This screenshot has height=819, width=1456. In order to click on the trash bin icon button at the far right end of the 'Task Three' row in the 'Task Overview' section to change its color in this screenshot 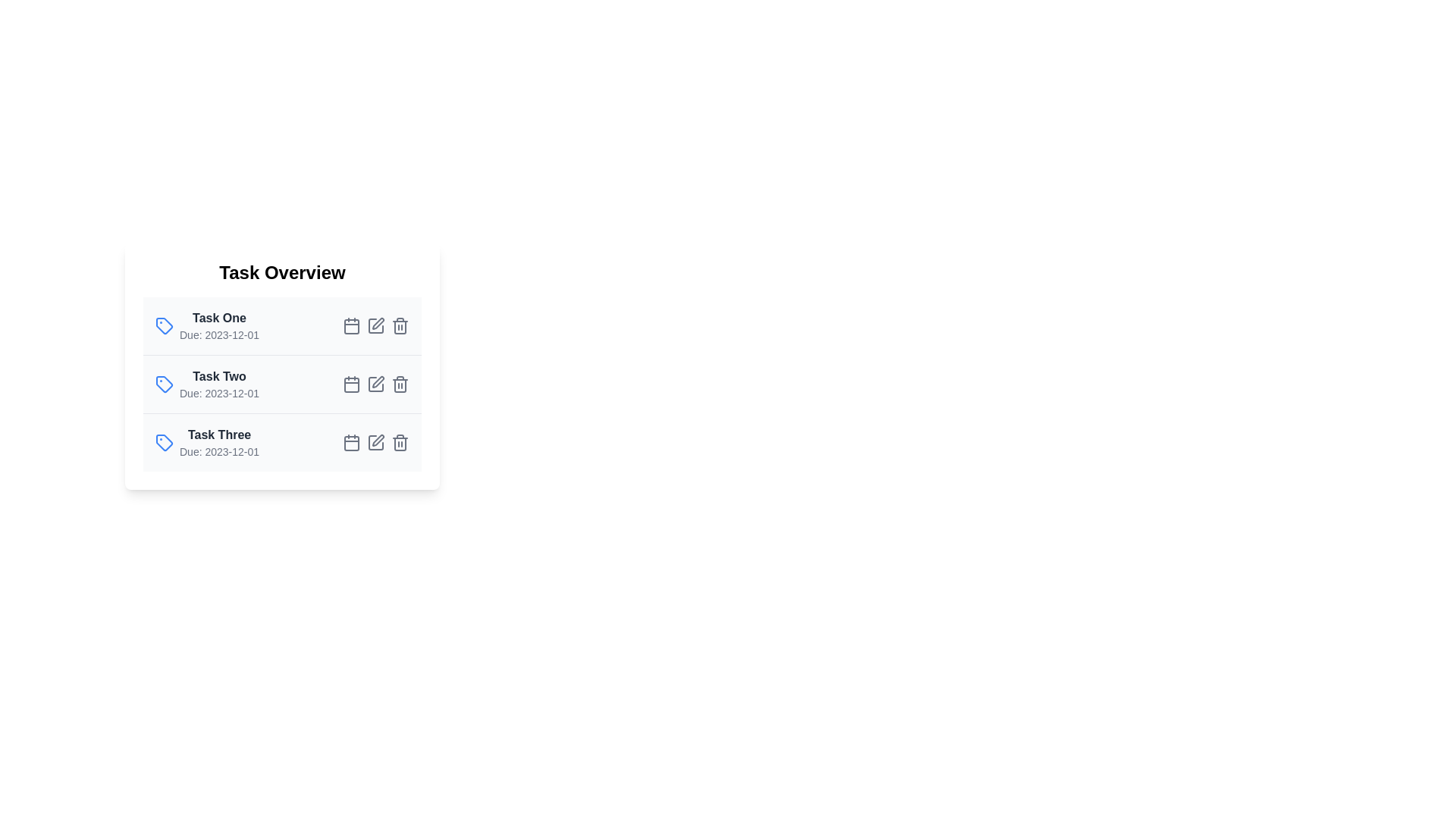, I will do `click(400, 442)`.